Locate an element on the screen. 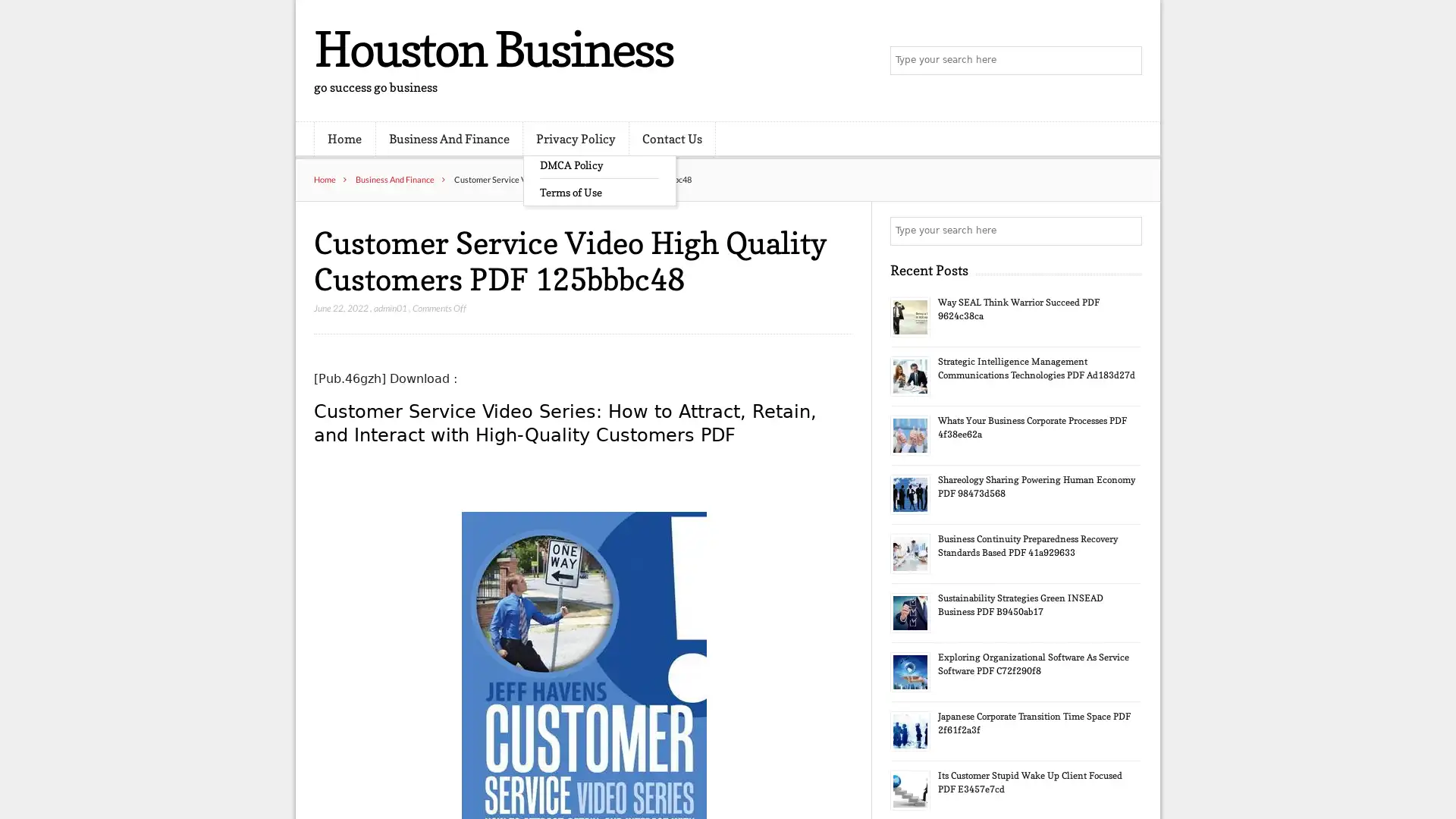 The width and height of the screenshot is (1456, 819). Search is located at coordinates (1126, 231).